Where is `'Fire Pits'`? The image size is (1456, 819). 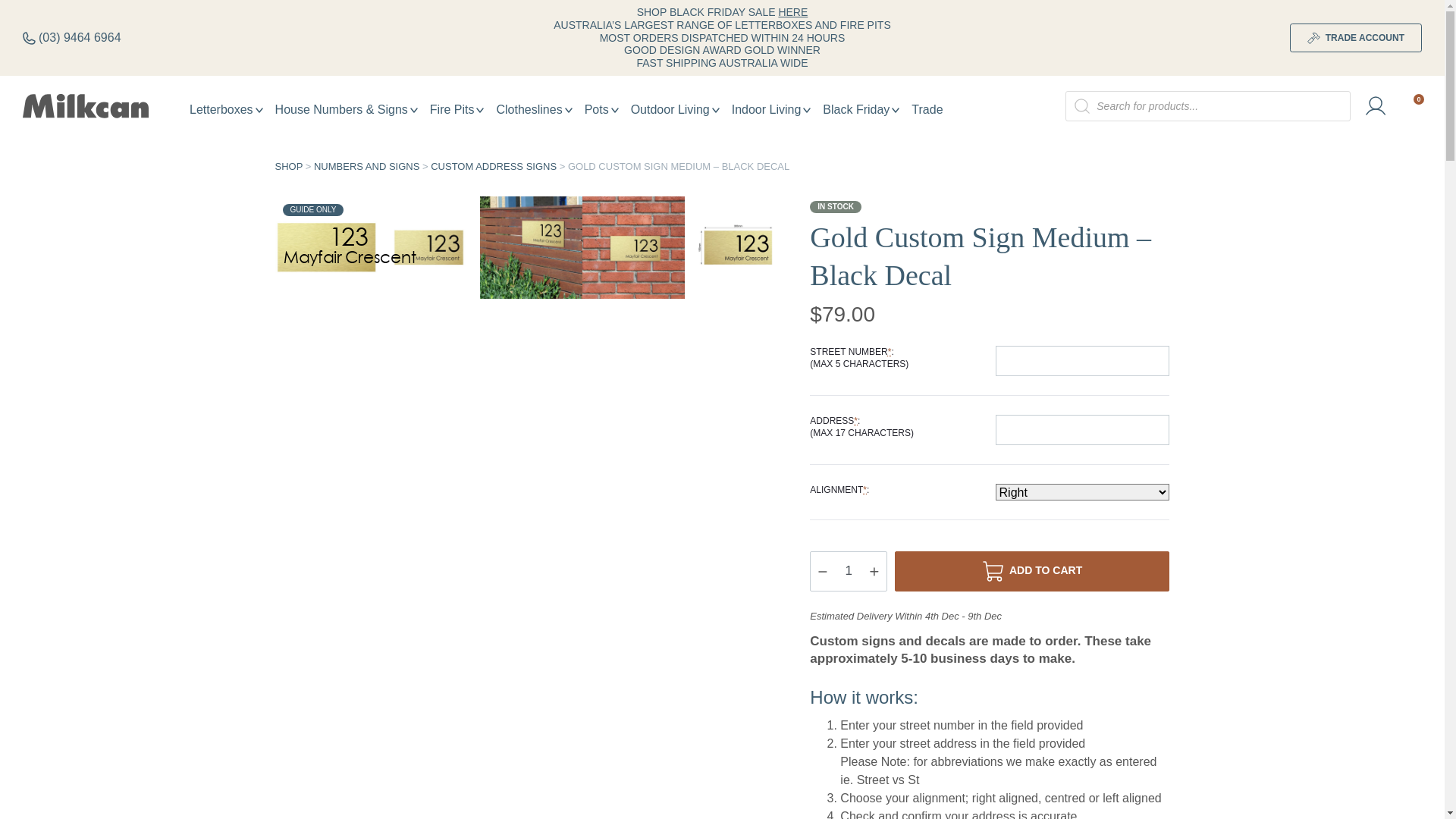
'Fire Pits' is located at coordinates (423, 108).